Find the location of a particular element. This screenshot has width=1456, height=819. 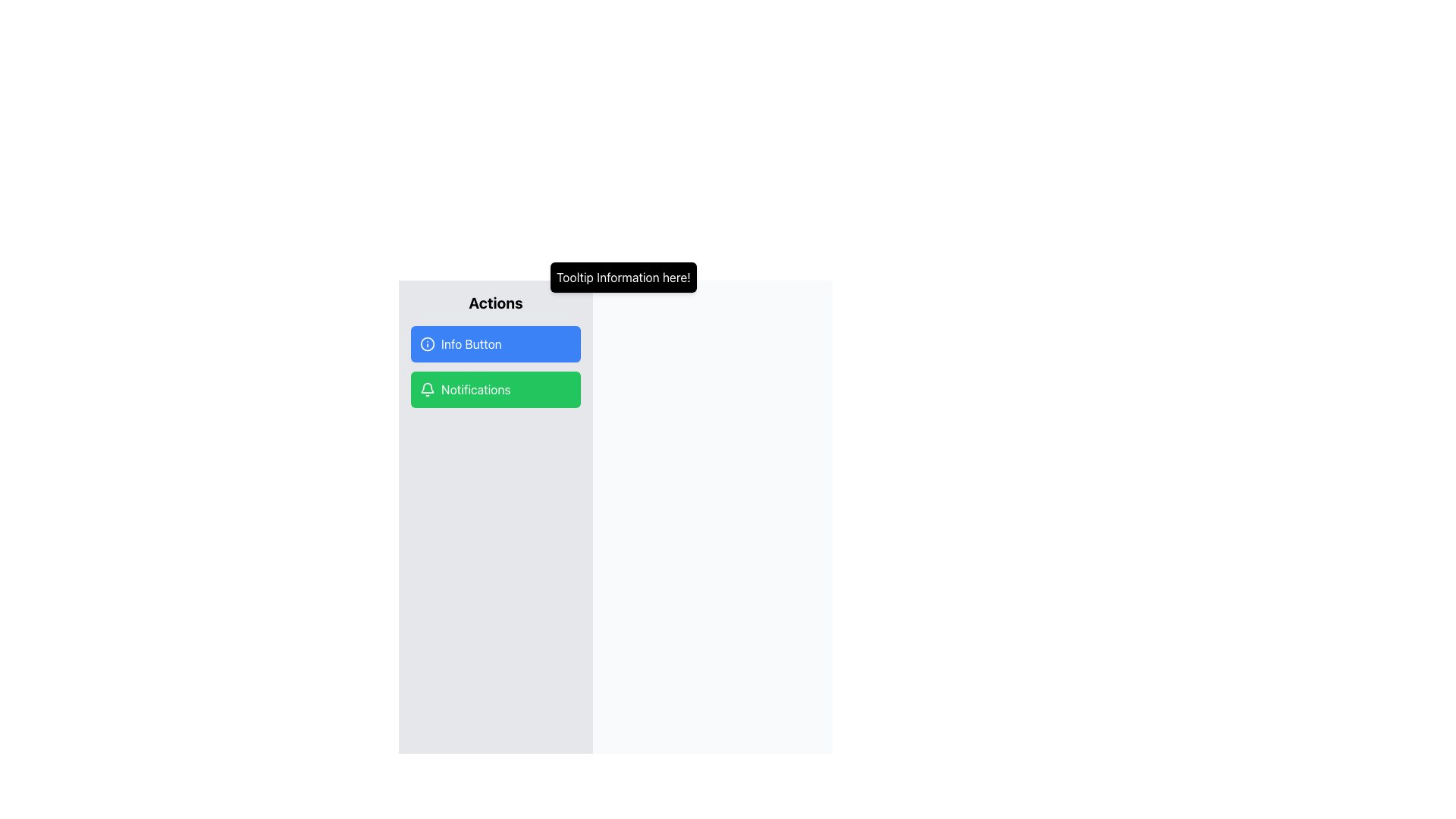

the notifications button located in the left vertical section labeled 'Actions', which is positioned below the 'Info Button' and is the second button in the list is located at coordinates (495, 388).